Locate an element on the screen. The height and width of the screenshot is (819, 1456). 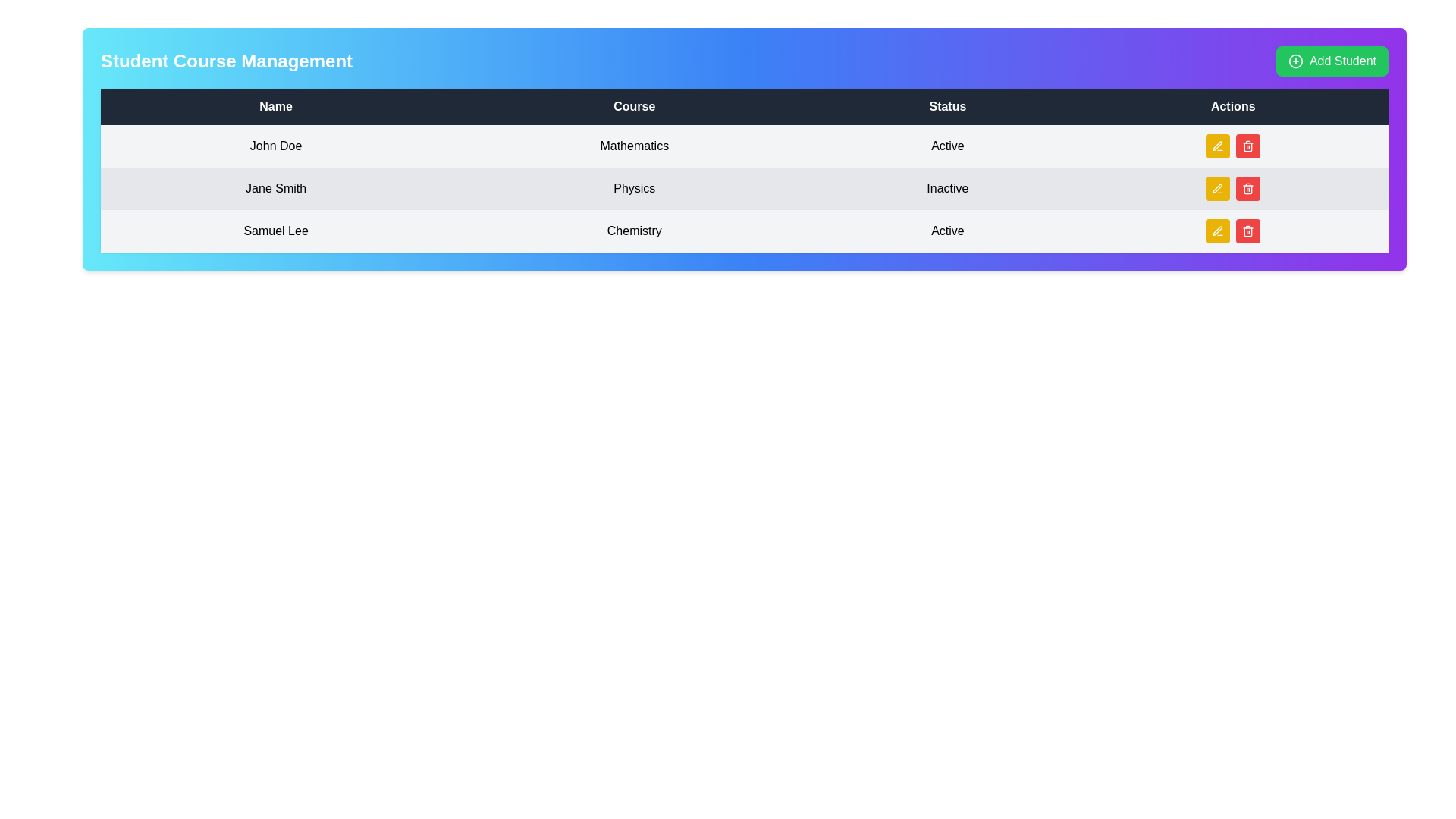
the pen icon button with a yellow background located in the 'Actions' column for the student 'Samuel Lee' is located at coordinates (1218, 231).